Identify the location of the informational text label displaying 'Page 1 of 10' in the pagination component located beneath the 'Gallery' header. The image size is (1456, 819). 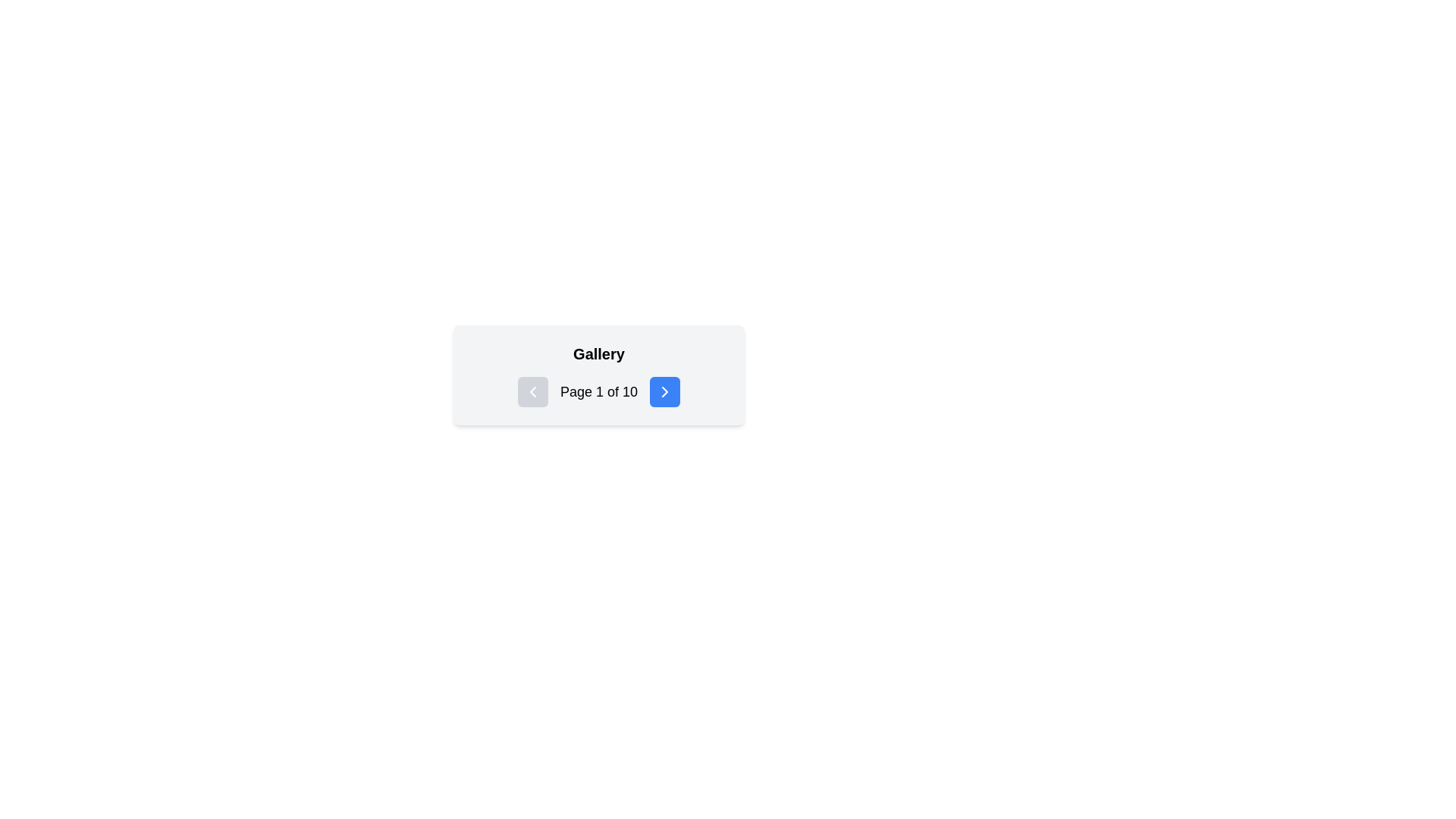
(598, 391).